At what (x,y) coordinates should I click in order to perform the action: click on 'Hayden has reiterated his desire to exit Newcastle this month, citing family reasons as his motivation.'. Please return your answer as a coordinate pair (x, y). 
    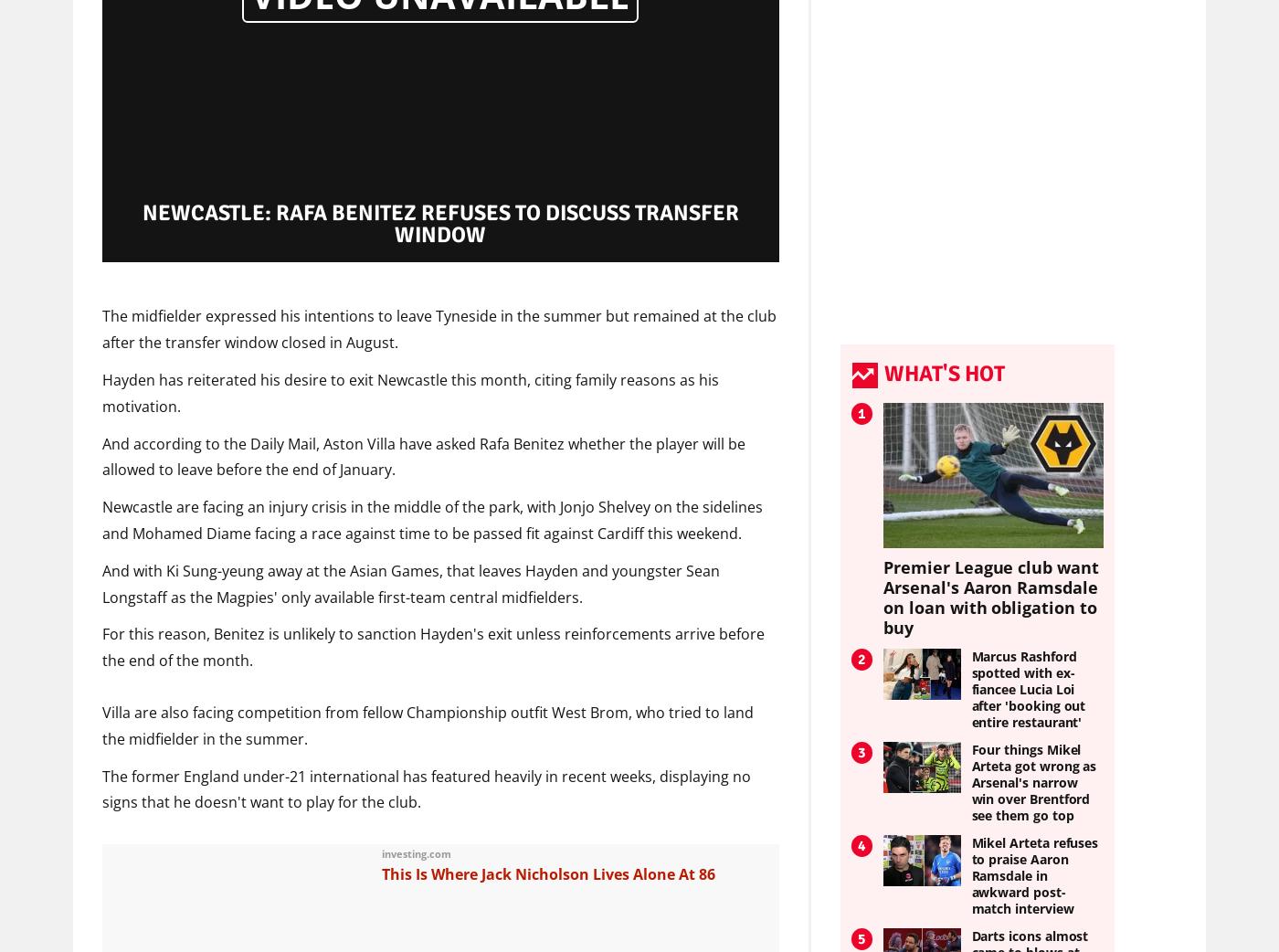
    Looking at the image, I should click on (410, 392).